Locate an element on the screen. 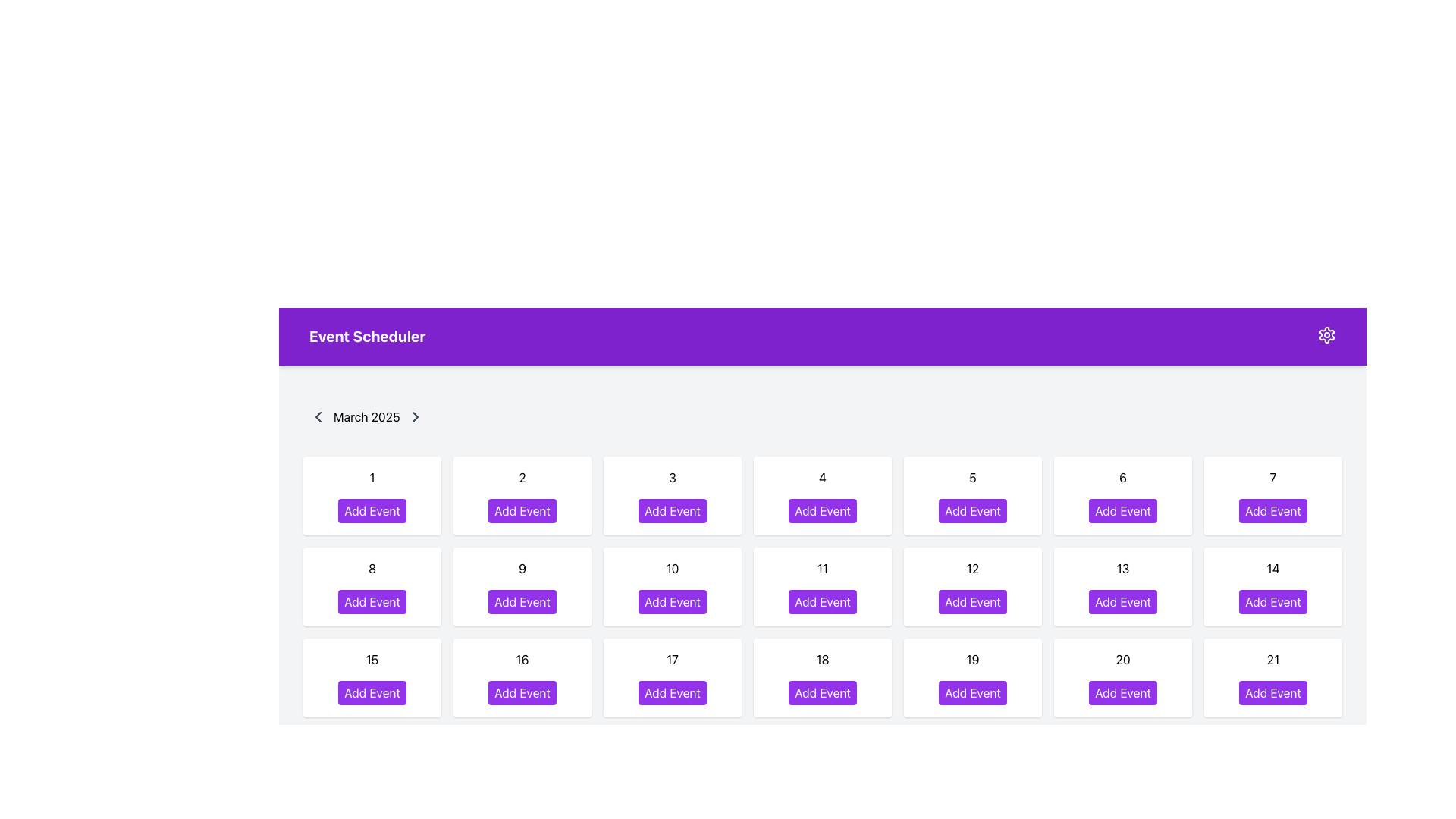  the 'Add Event' button located in the bottom part of the grid layout, row 13 is located at coordinates (1123, 601).